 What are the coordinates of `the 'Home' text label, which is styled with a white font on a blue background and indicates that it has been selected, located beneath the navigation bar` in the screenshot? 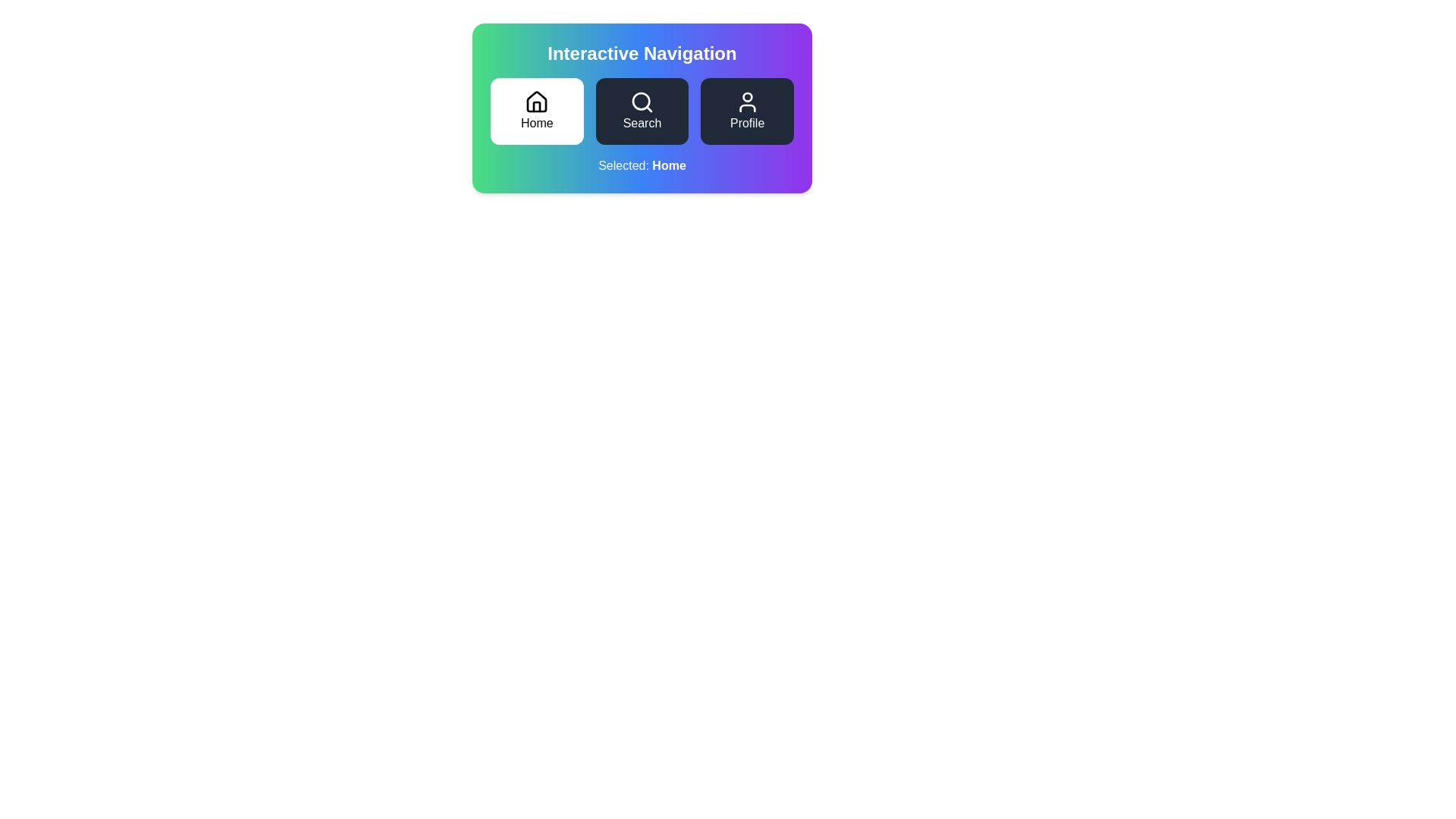 It's located at (668, 165).